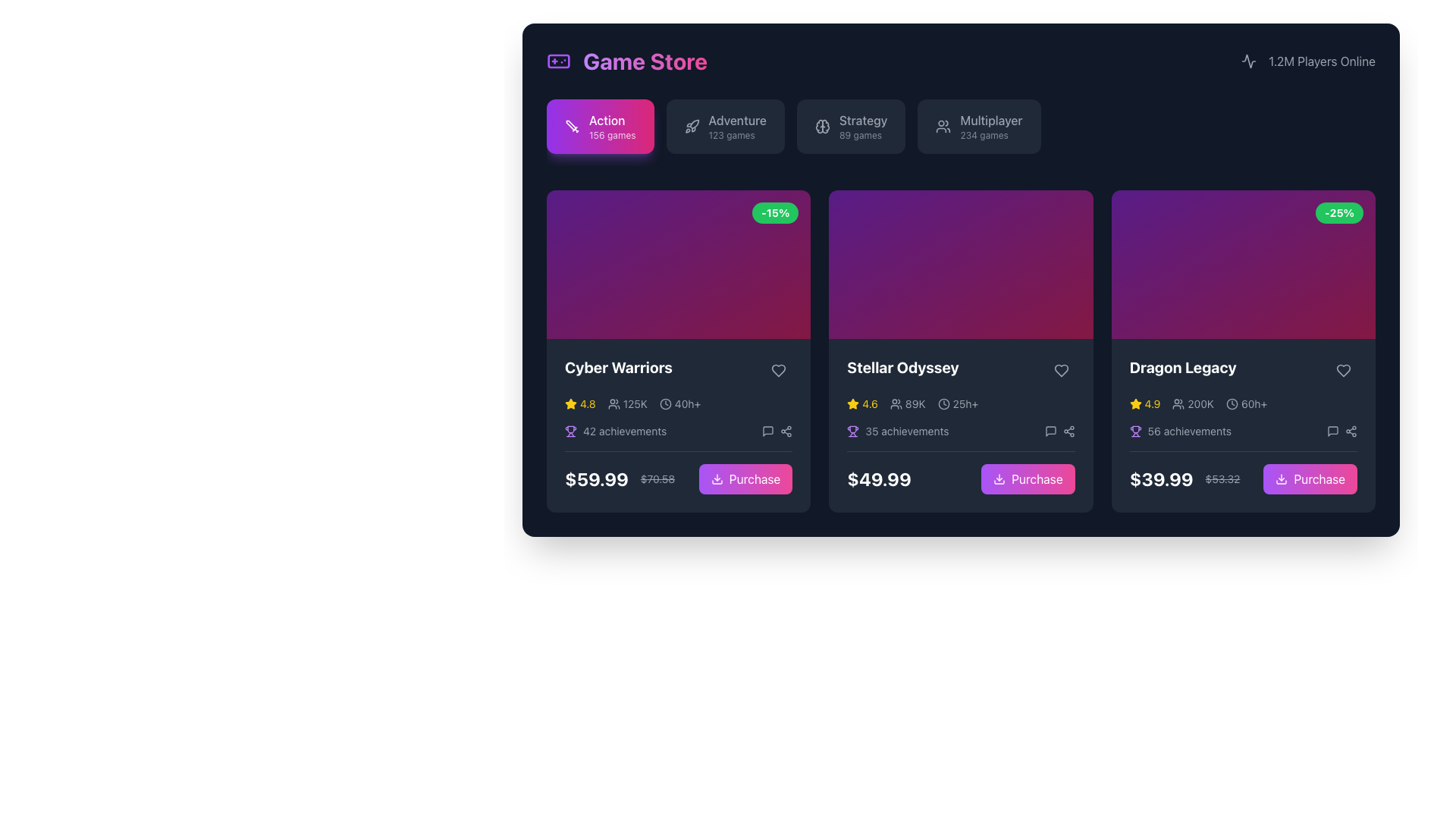 The height and width of the screenshot is (819, 1456). I want to click on the 'favorite' button located in the bottom-right corner of the 'Cyber Warriors' game card to mark it as favorite or unlike, so click(779, 371).